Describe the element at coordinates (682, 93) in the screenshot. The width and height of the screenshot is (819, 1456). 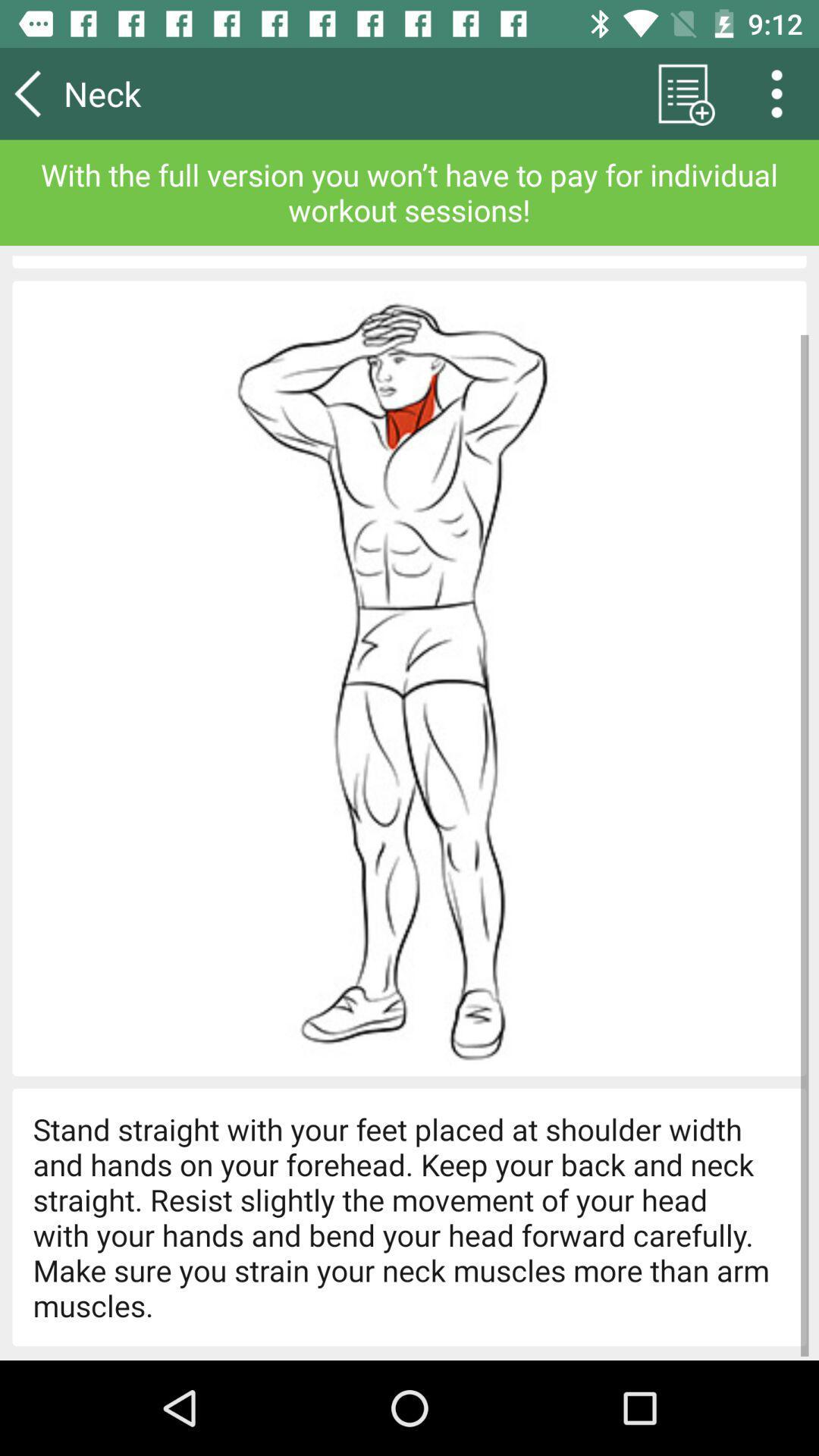
I see `app to the right of the neck item` at that location.